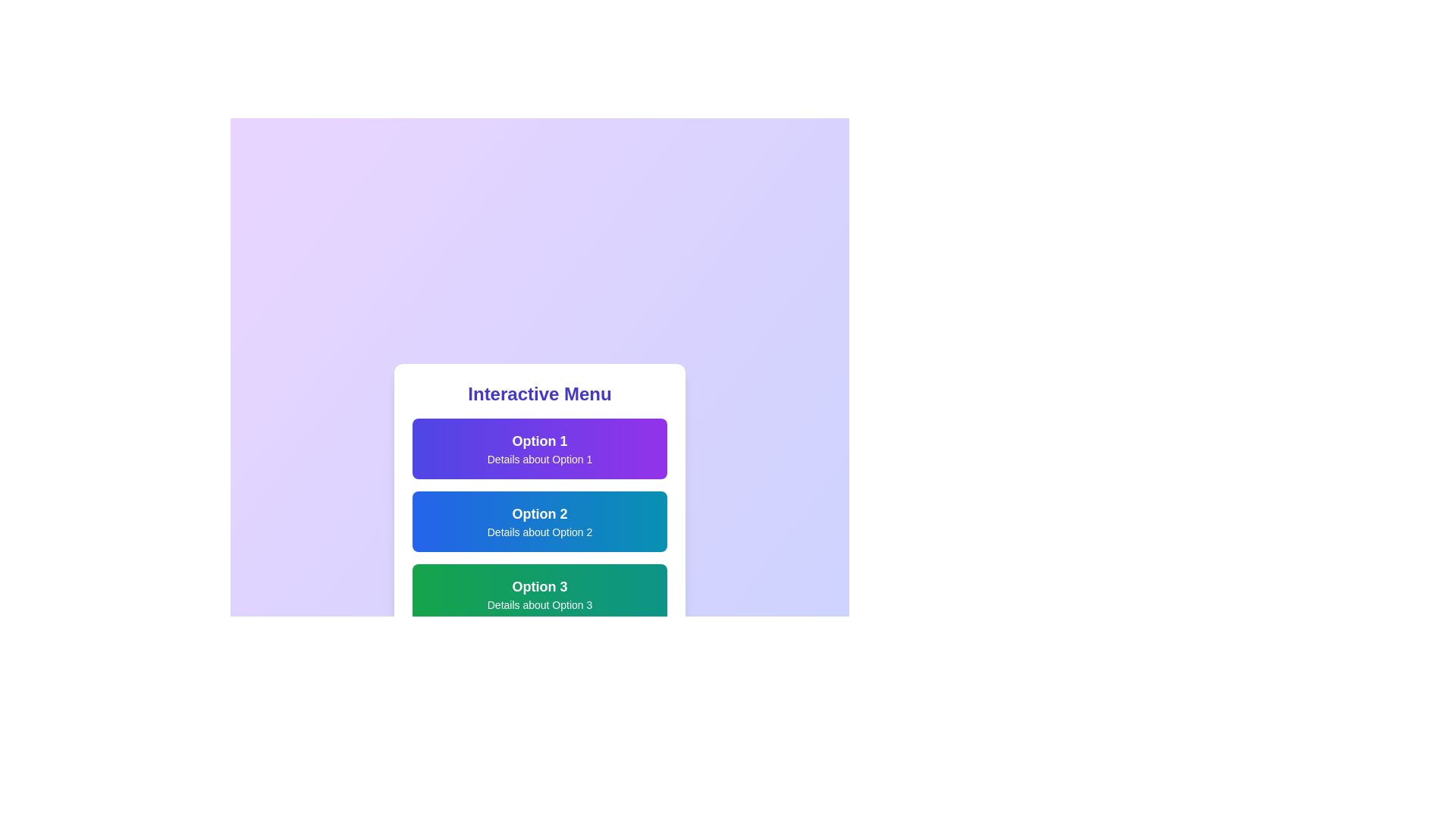 The image size is (1456, 819). I want to click on the menu option Option 1, so click(539, 447).